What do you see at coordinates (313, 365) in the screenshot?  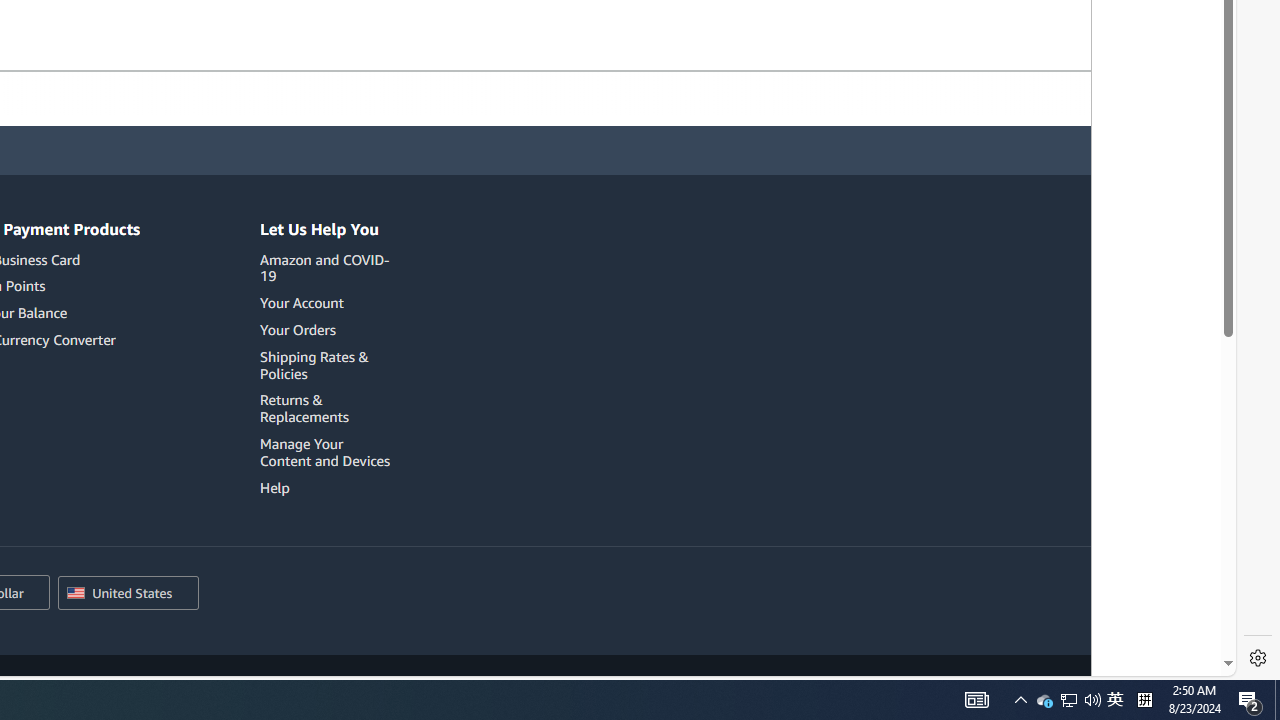 I see `'Shipping Rates & Policies'` at bounding box center [313, 365].